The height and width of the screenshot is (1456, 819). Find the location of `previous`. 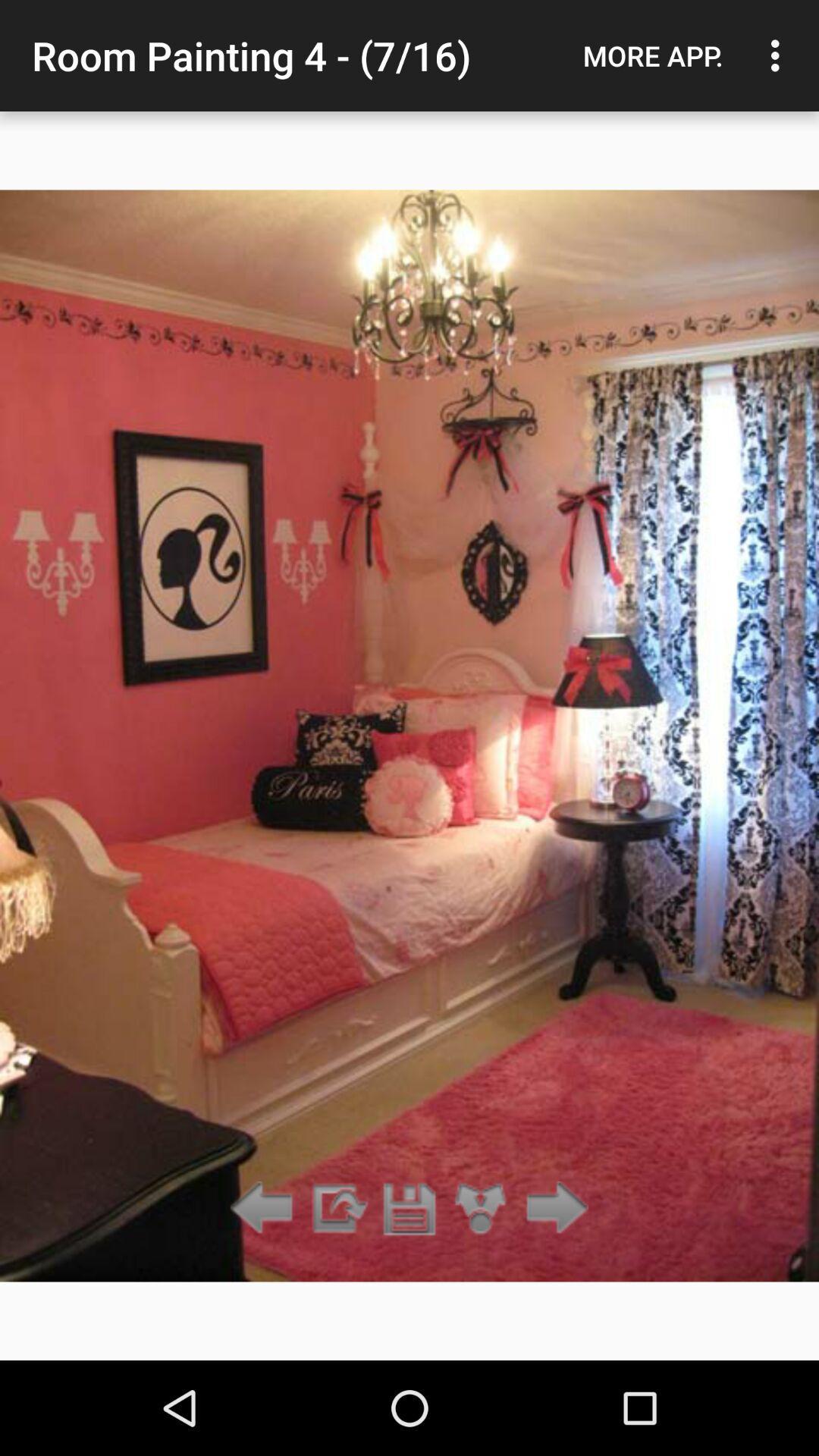

previous is located at coordinates (265, 1208).